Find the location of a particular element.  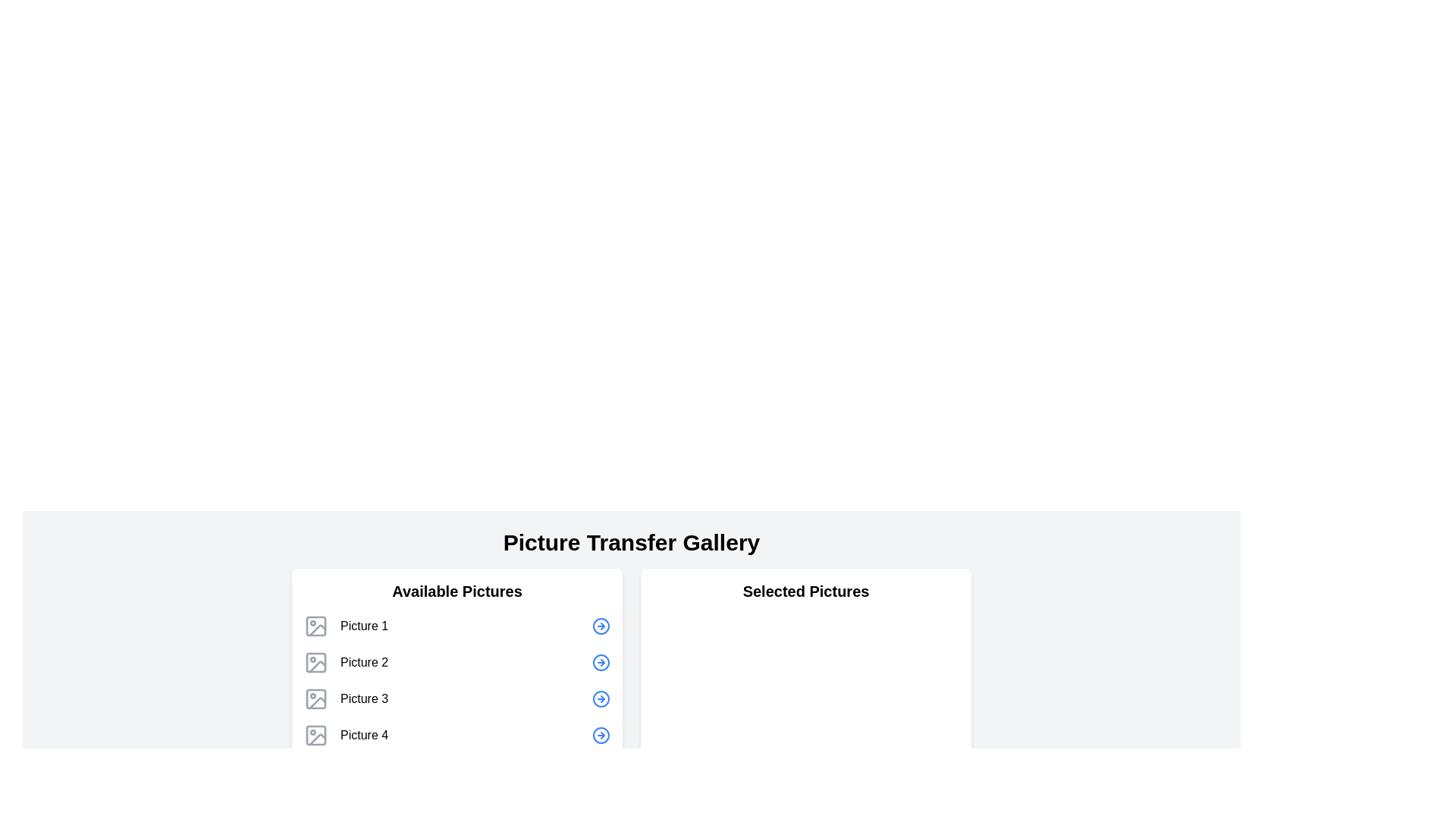

the 'Picture 4' image icon in the 'Available Pictures' list under the 'Picture Transfer Gallery' to invoke associated actions is located at coordinates (316, 739).